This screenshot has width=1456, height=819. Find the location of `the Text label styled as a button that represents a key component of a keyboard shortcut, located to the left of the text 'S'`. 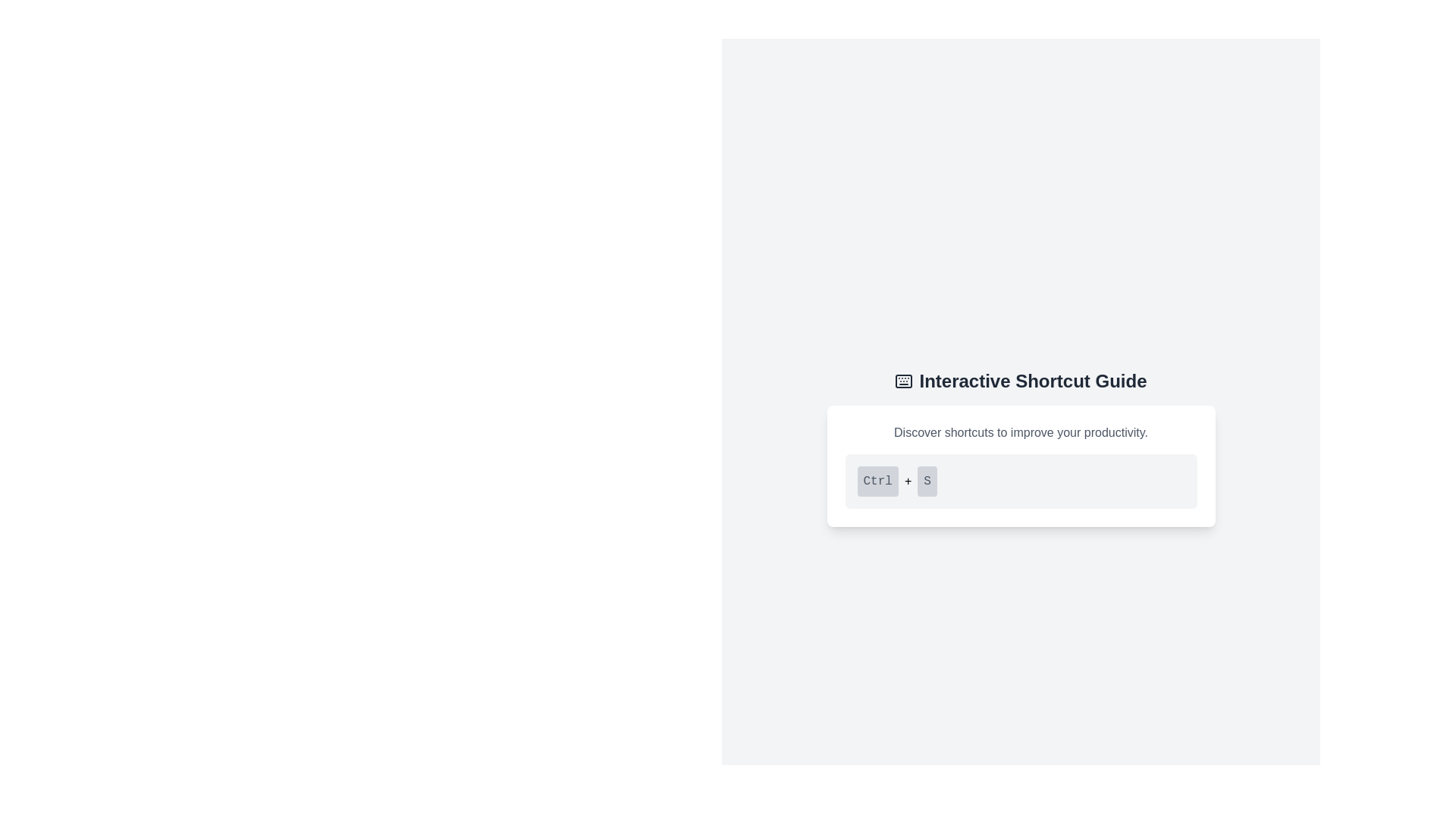

the Text label styled as a button that represents a key component of a keyboard shortcut, located to the left of the text 'S' is located at coordinates (877, 482).